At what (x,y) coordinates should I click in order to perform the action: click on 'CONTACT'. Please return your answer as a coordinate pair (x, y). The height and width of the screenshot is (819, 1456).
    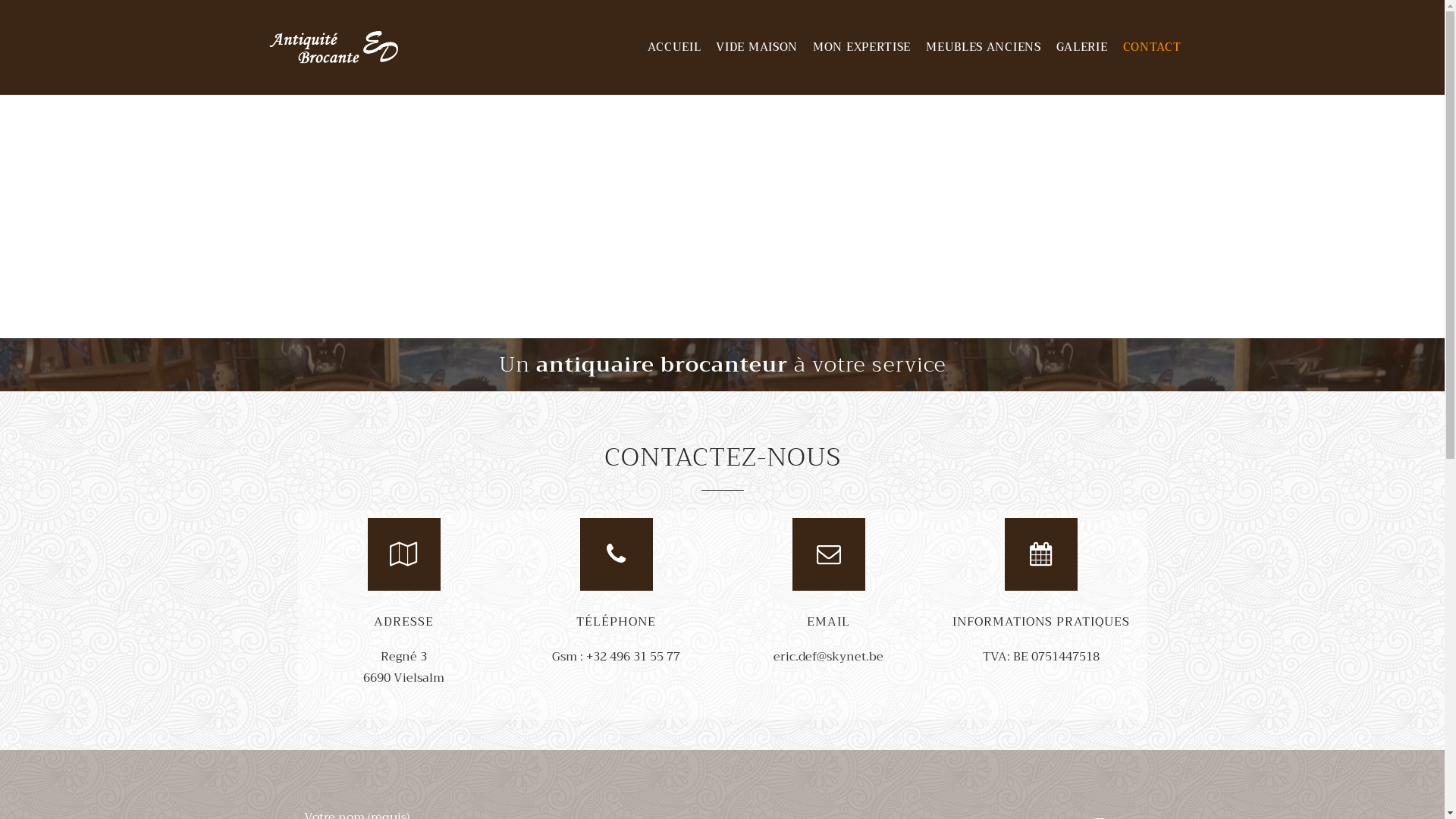
    Looking at the image, I should click on (1152, 46).